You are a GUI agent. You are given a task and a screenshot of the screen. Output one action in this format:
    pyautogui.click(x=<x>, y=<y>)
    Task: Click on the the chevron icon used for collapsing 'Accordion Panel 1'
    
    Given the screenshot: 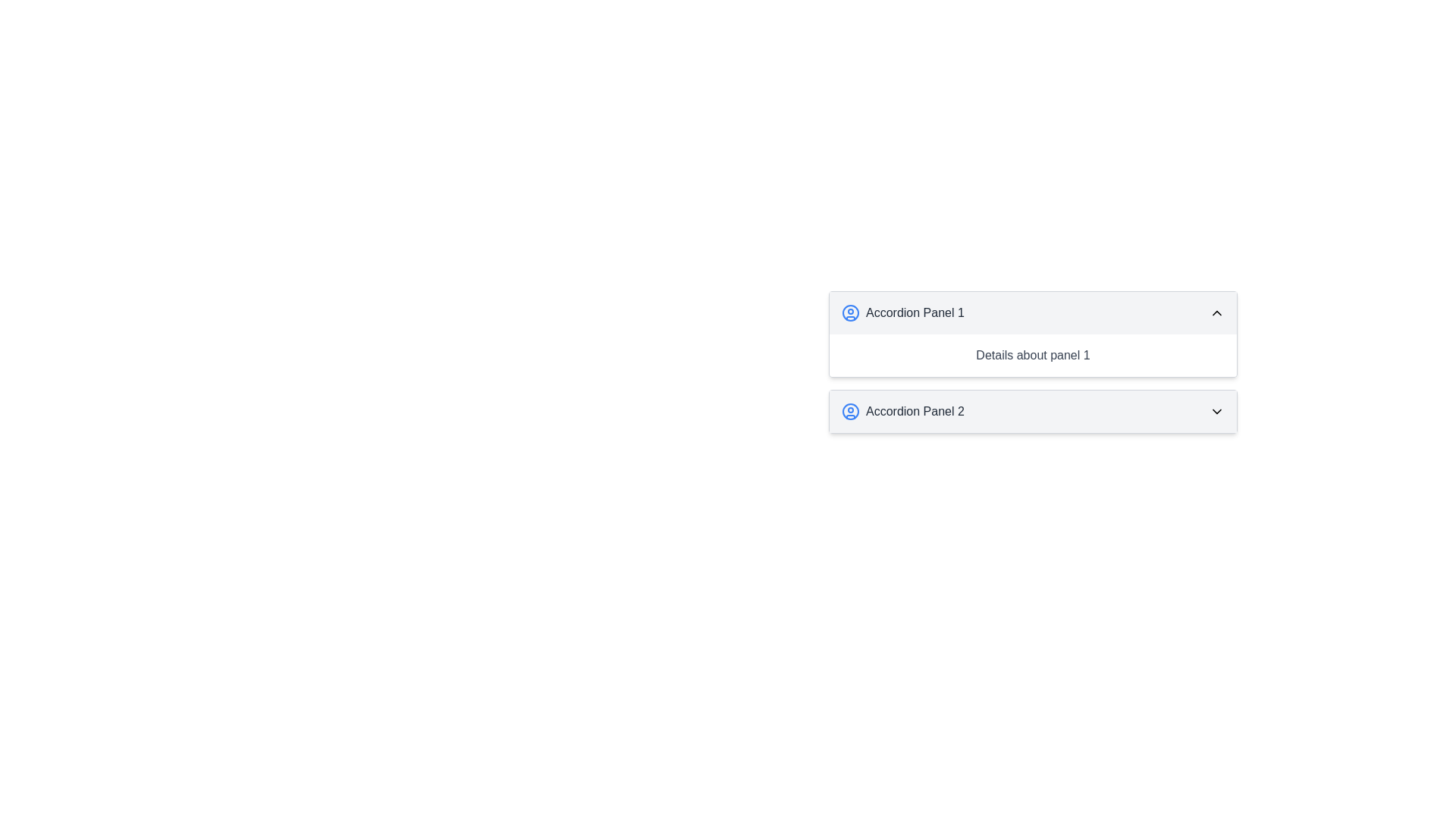 What is the action you would take?
    pyautogui.click(x=1216, y=312)
    